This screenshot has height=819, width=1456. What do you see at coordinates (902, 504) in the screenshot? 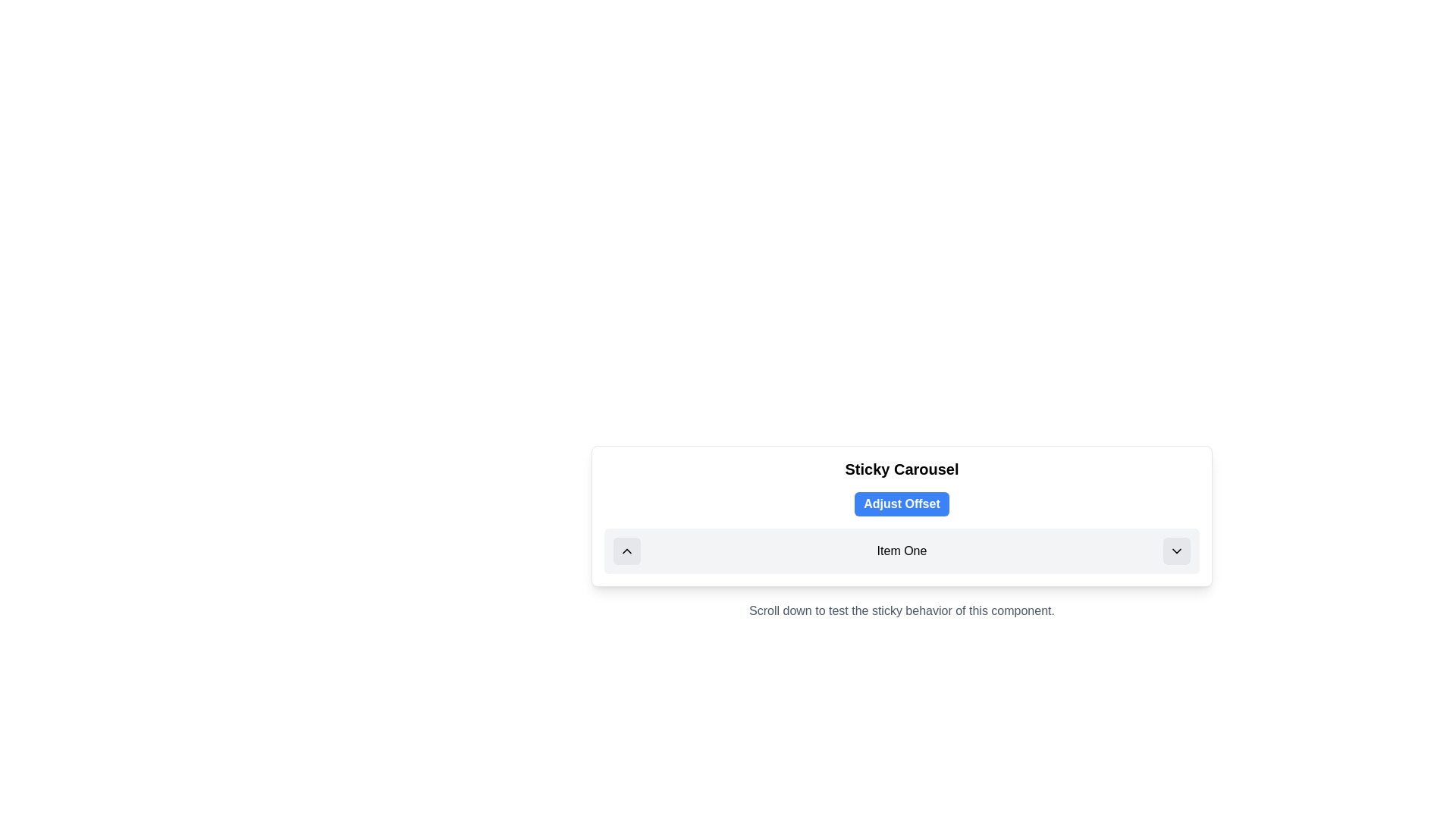
I see `the blue button labeled 'Adjust Offset'` at bounding box center [902, 504].